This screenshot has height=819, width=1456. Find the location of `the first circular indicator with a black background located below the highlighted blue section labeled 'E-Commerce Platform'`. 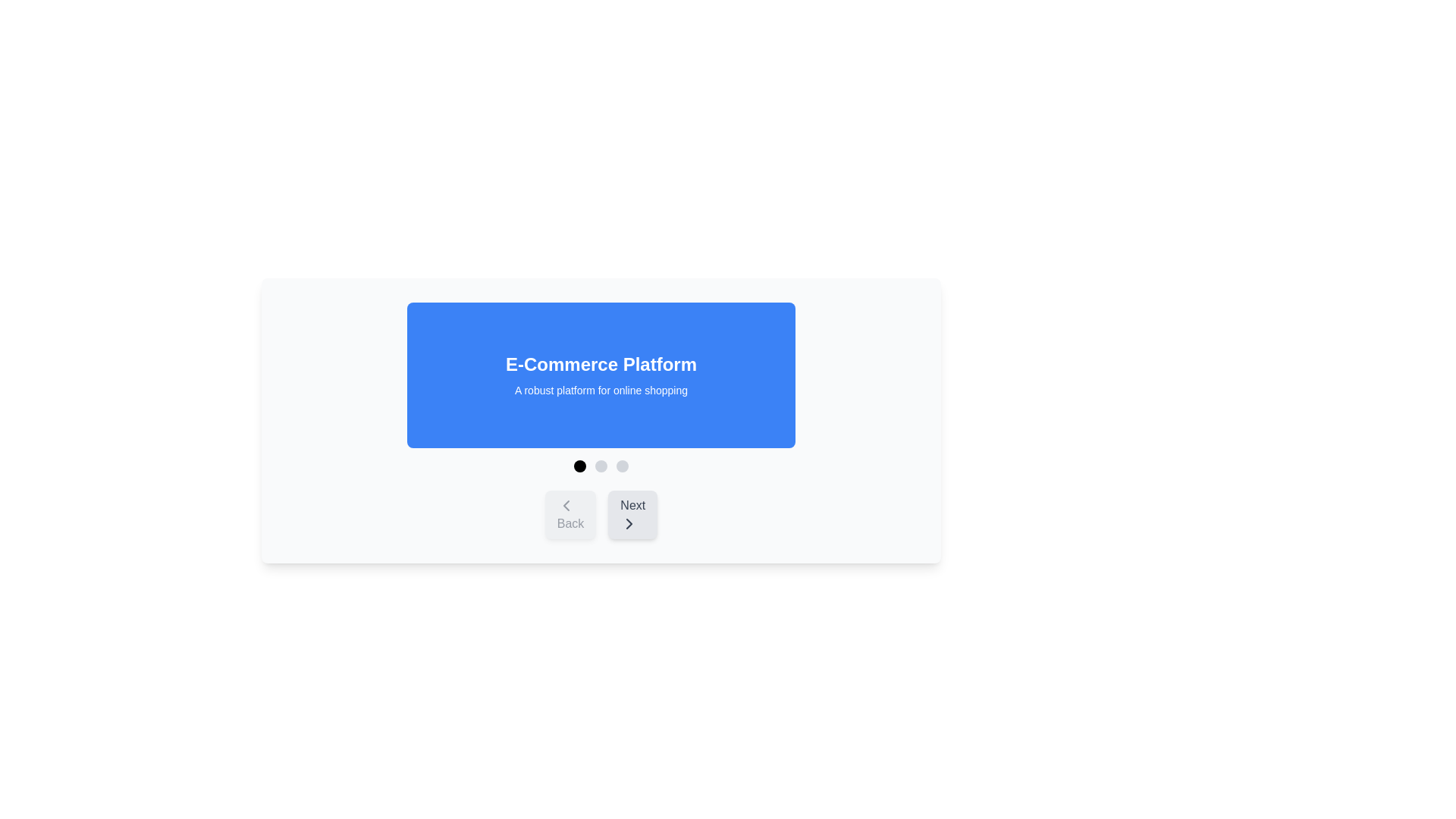

the first circular indicator with a black background located below the highlighted blue section labeled 'E-Commerce Platform' is located at coordinates (579, 465).